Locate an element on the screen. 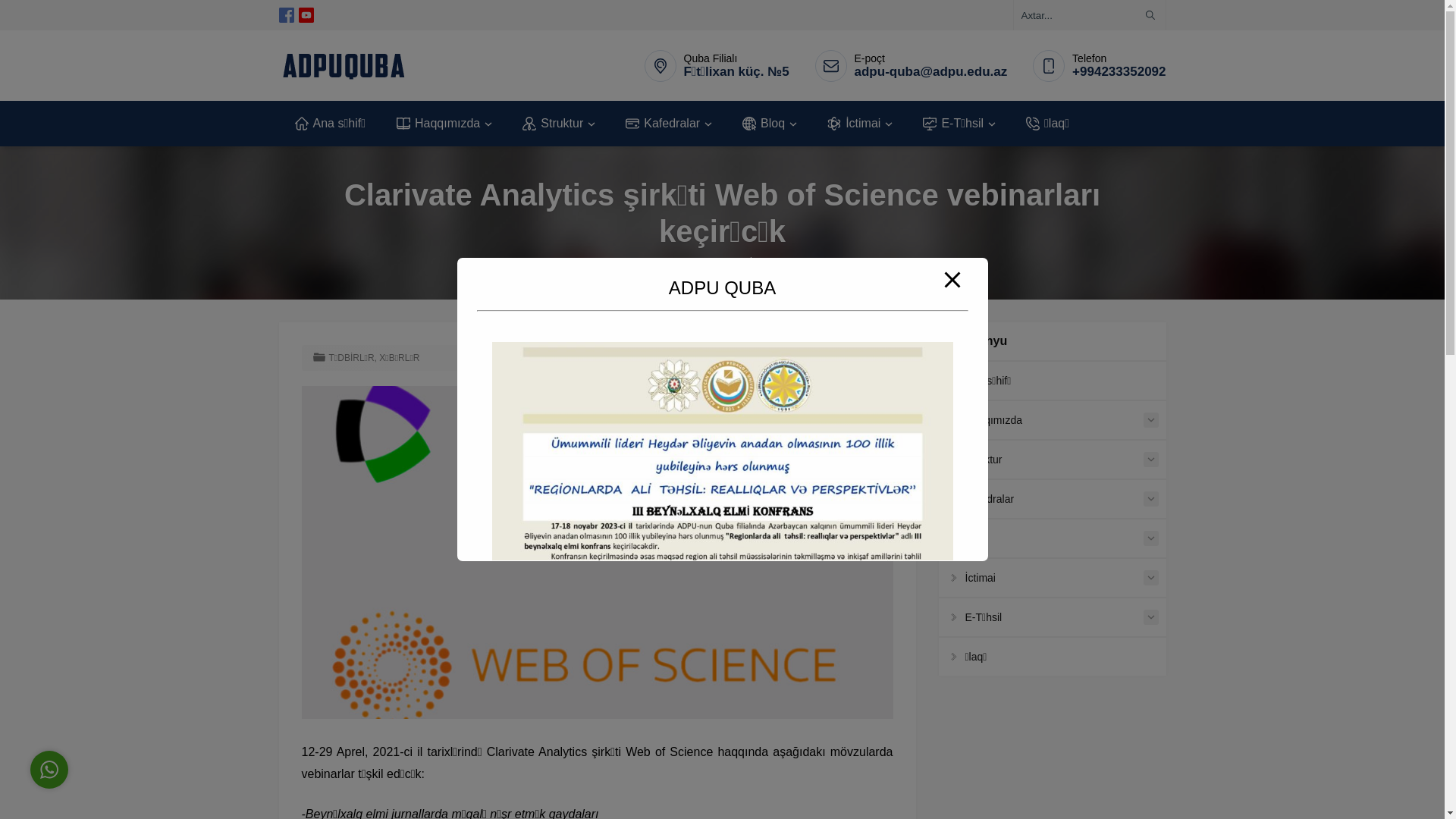  'Kafedralar' is located at coordinates (1051, 497).